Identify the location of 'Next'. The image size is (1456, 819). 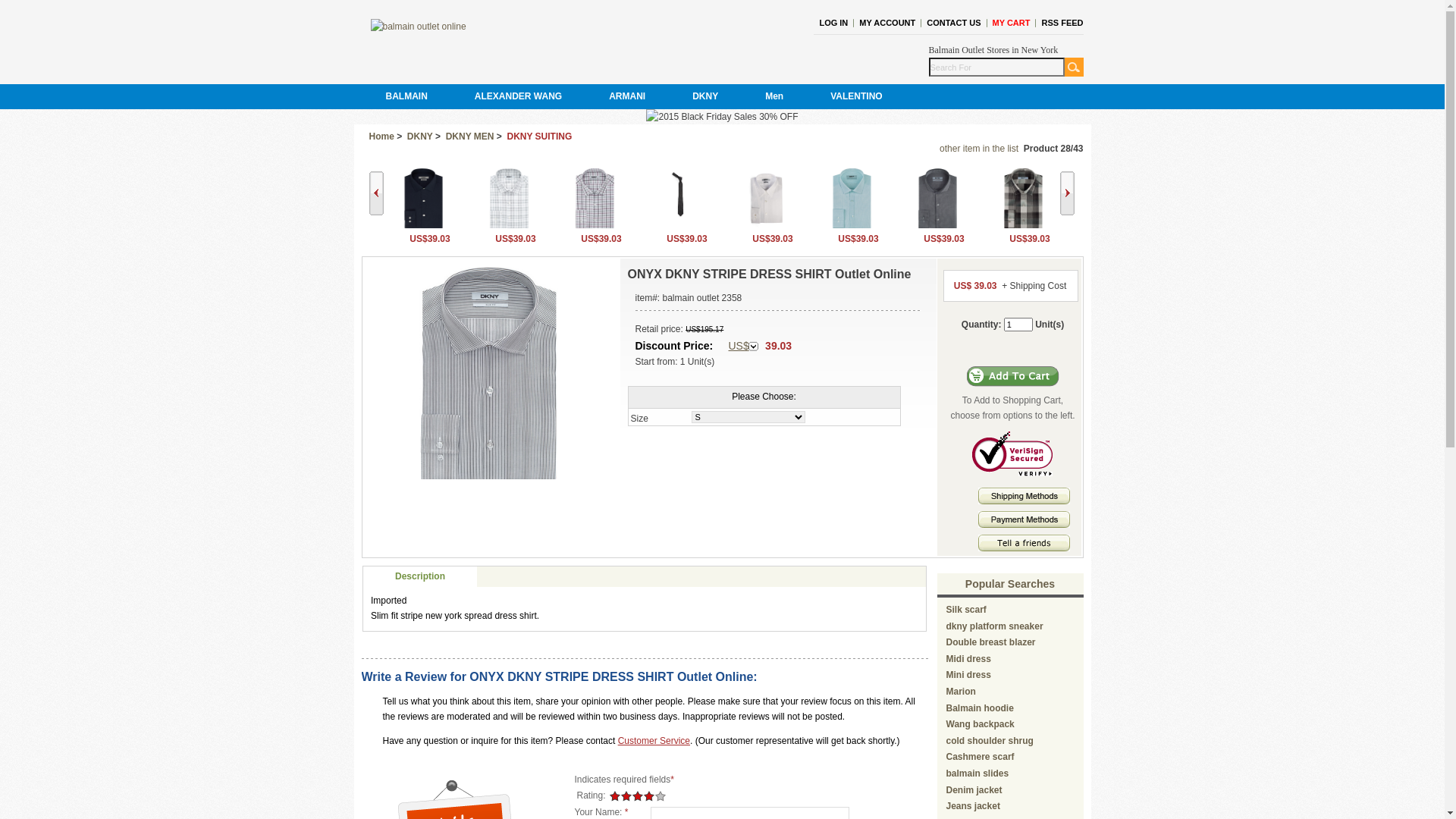
(1066, 192).